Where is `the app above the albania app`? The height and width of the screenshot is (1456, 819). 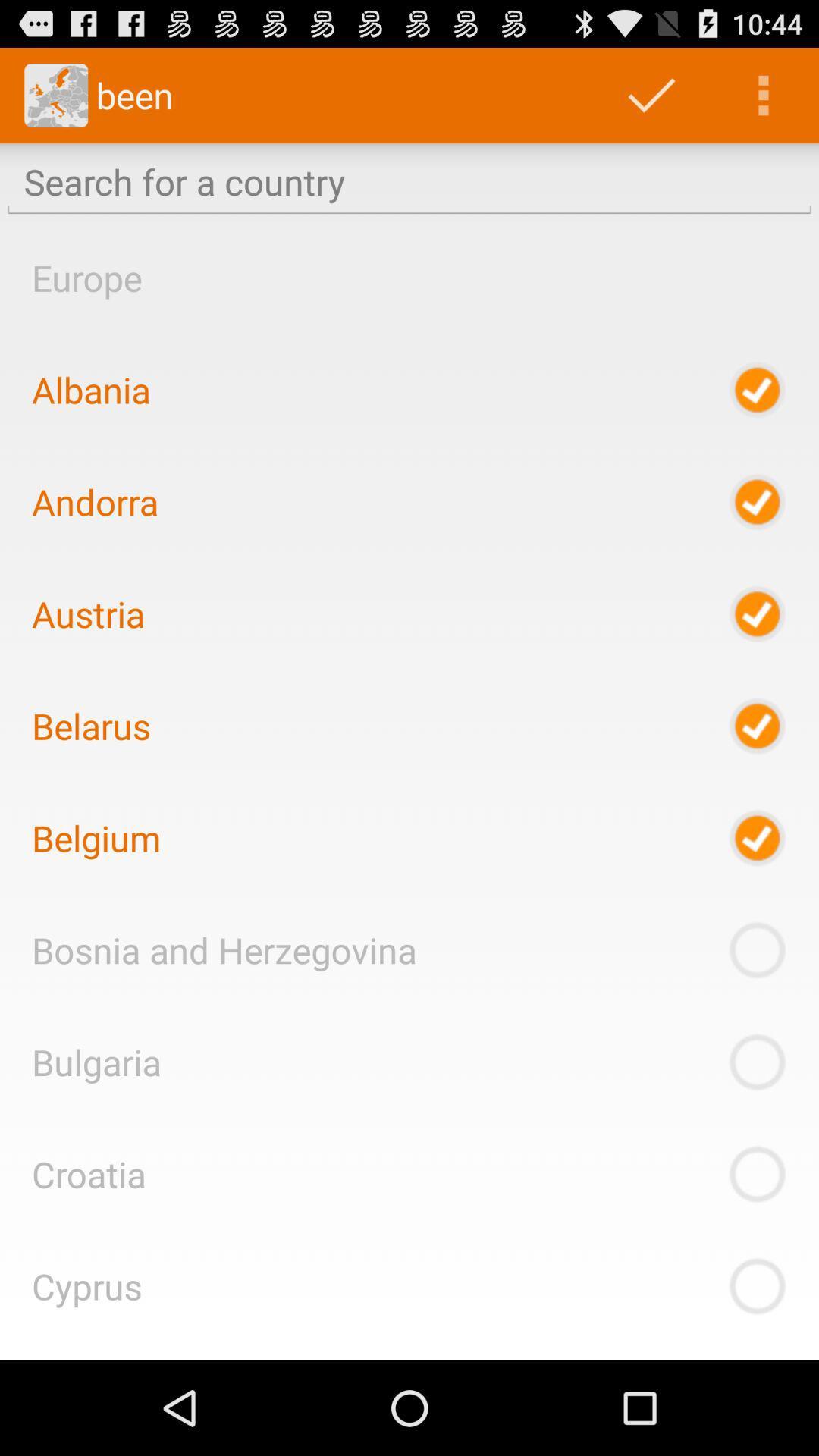
the app above the albania app is located at coordinates (86, 278).